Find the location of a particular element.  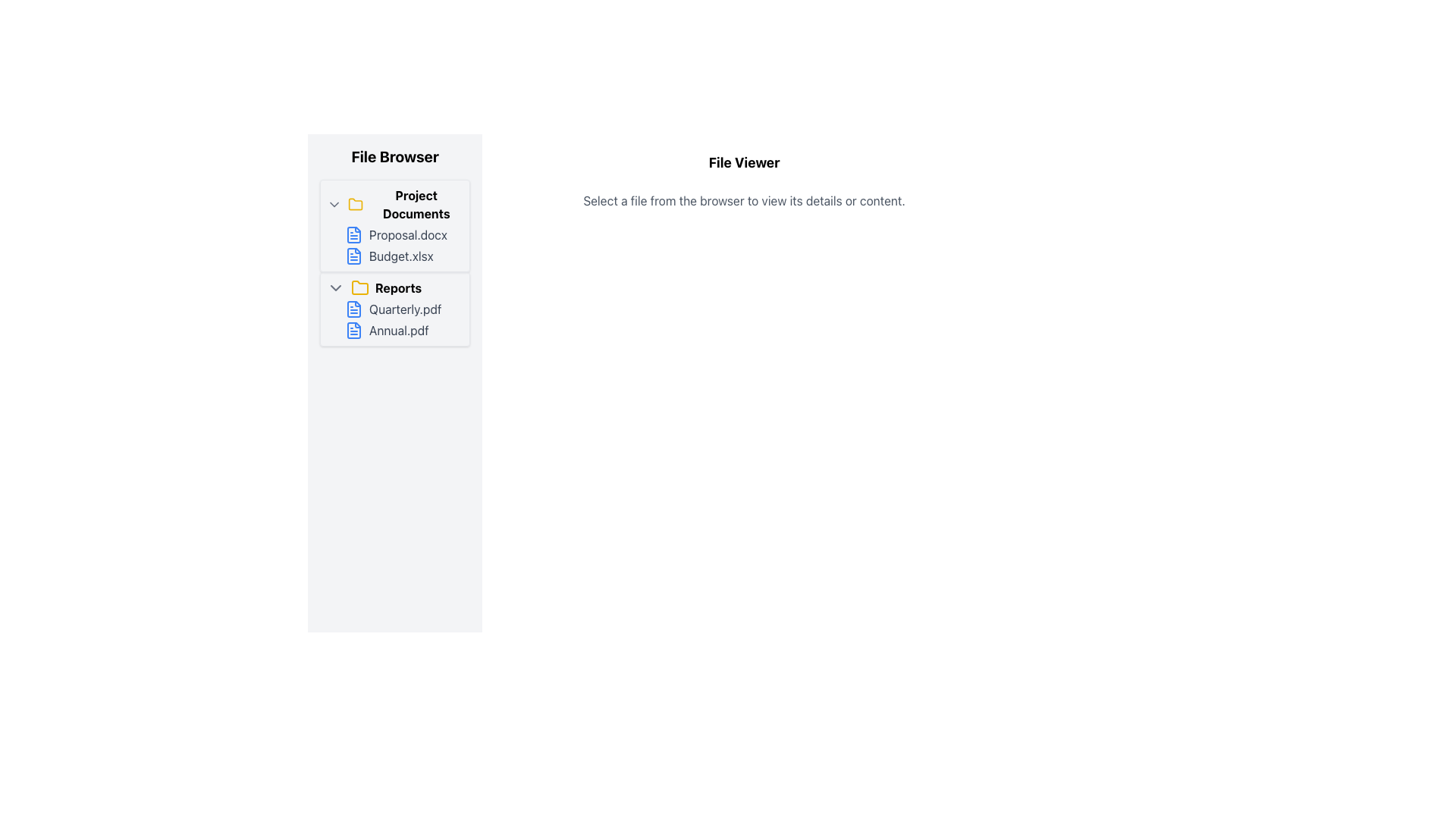

the 'Proposal.docx' text item with an icon located is located at coordinates (404, 234).